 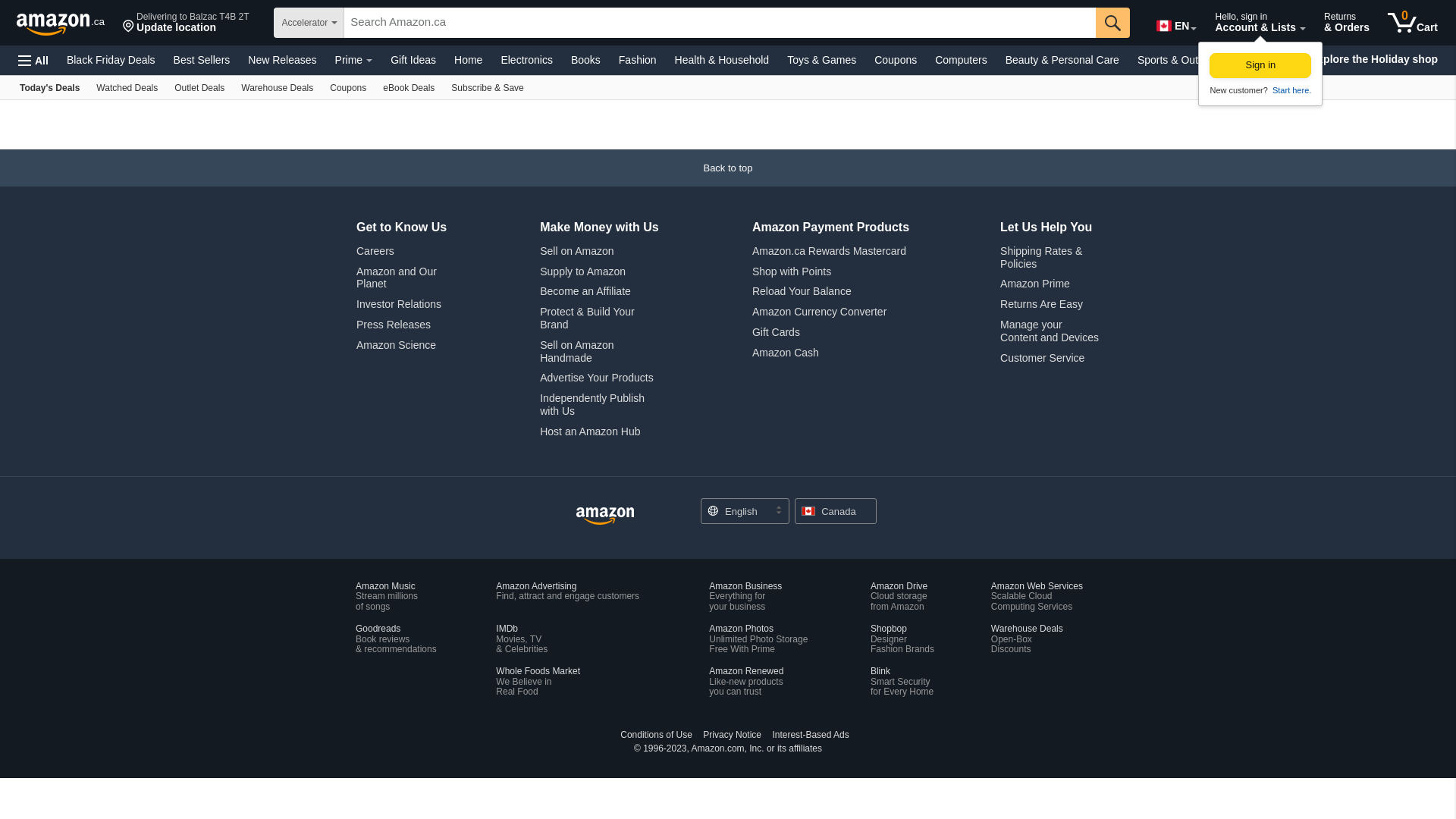 What do you see at coordinates (745, 511) in the screenshot?
I see `'English'` at bounding box center [745, 511].